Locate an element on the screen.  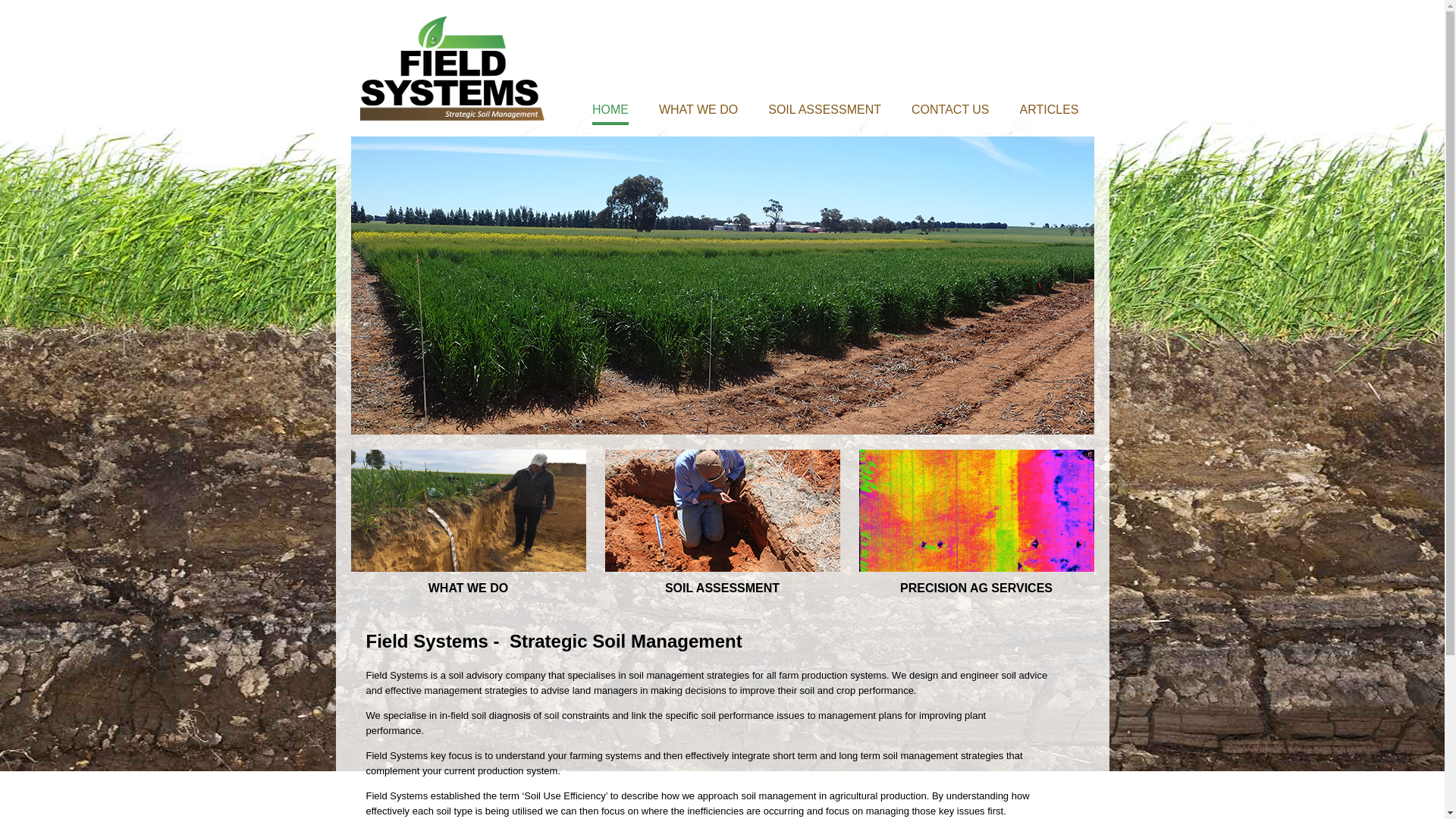
'HOME' is located at coordinates (610, 108).